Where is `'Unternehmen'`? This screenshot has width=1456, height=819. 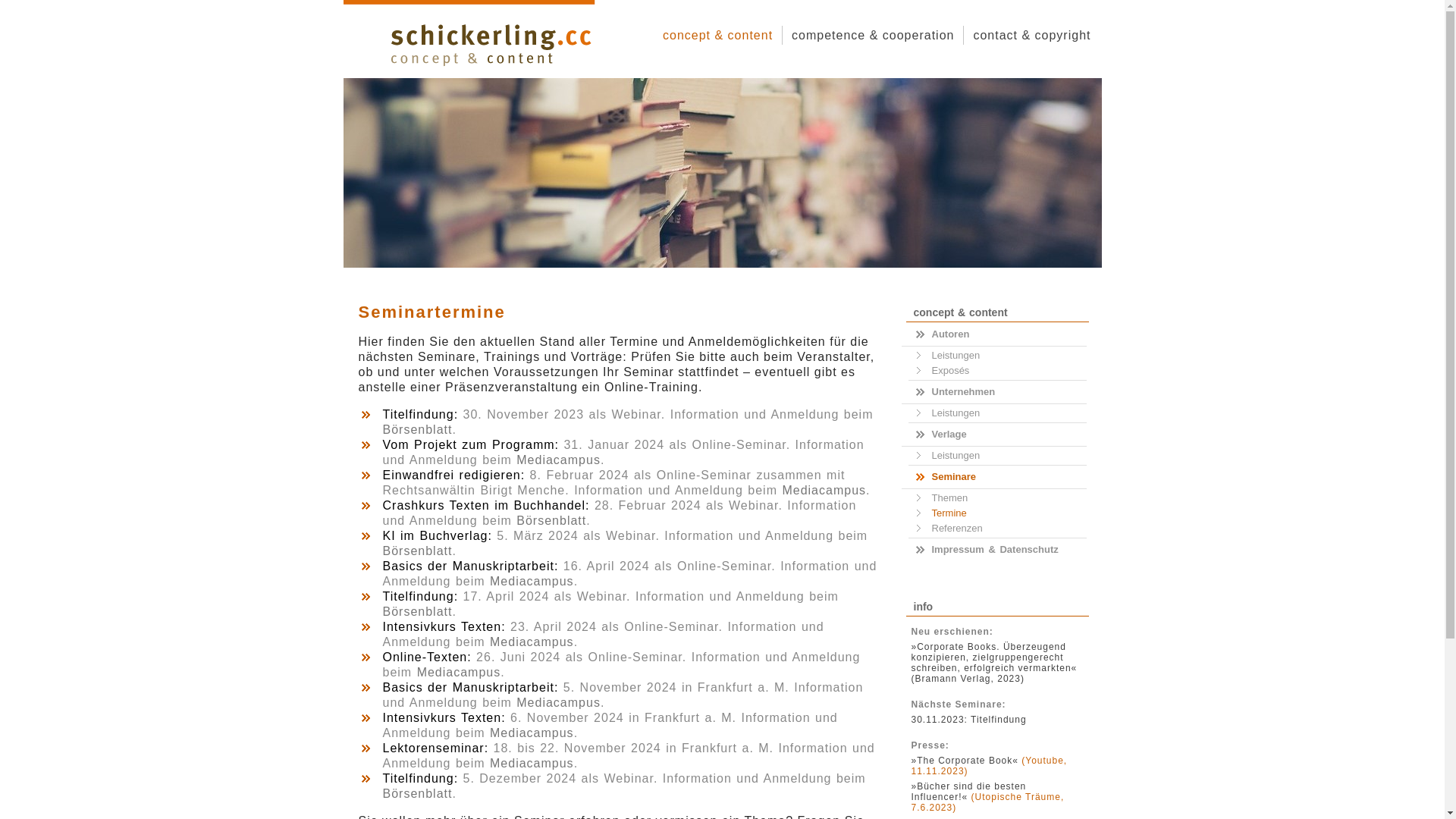 'Unternehmen' is located at coordinates (997, 391).